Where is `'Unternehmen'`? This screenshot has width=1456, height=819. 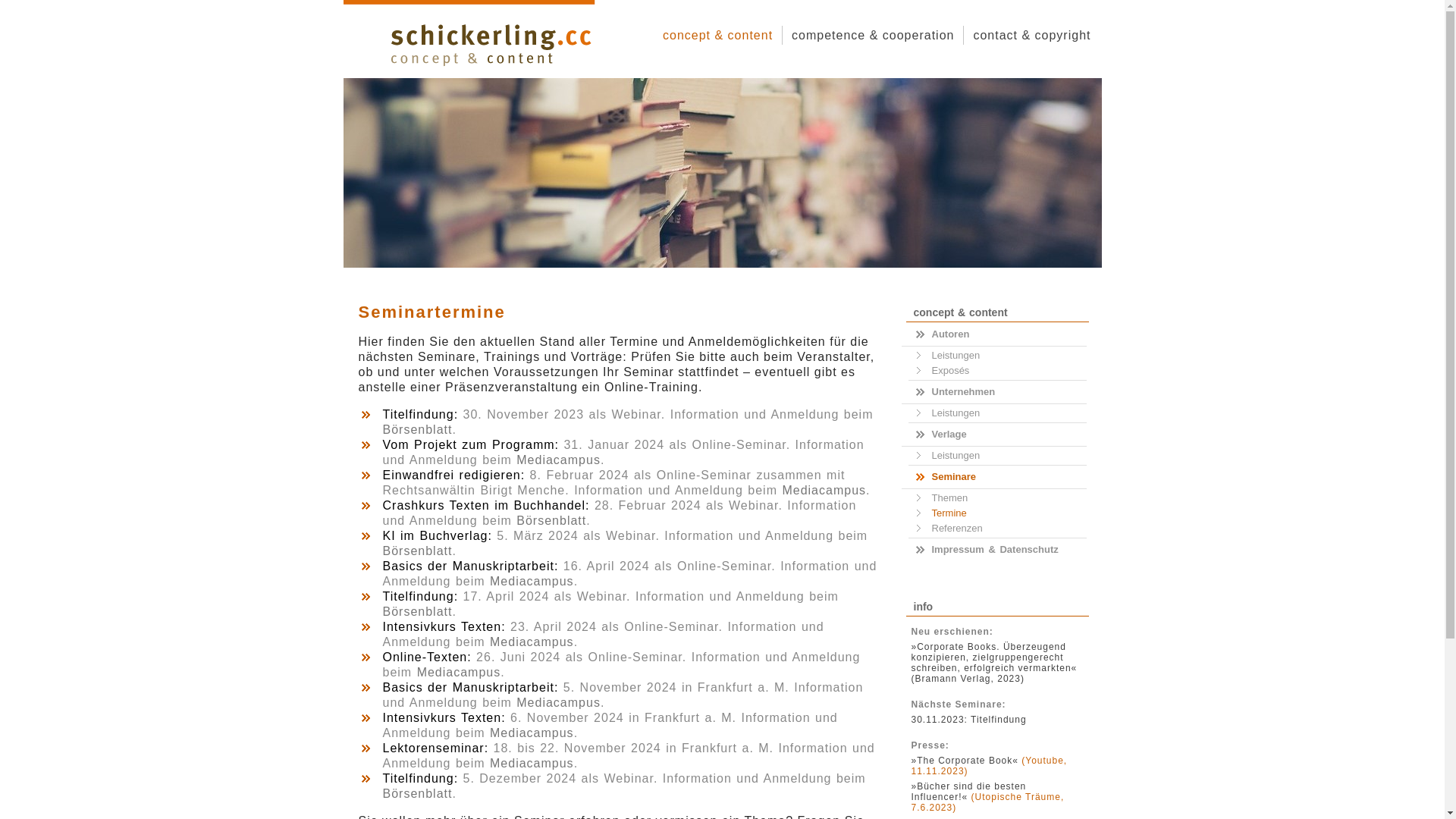 'Unternehmen' is located at coordinates (997, 391).